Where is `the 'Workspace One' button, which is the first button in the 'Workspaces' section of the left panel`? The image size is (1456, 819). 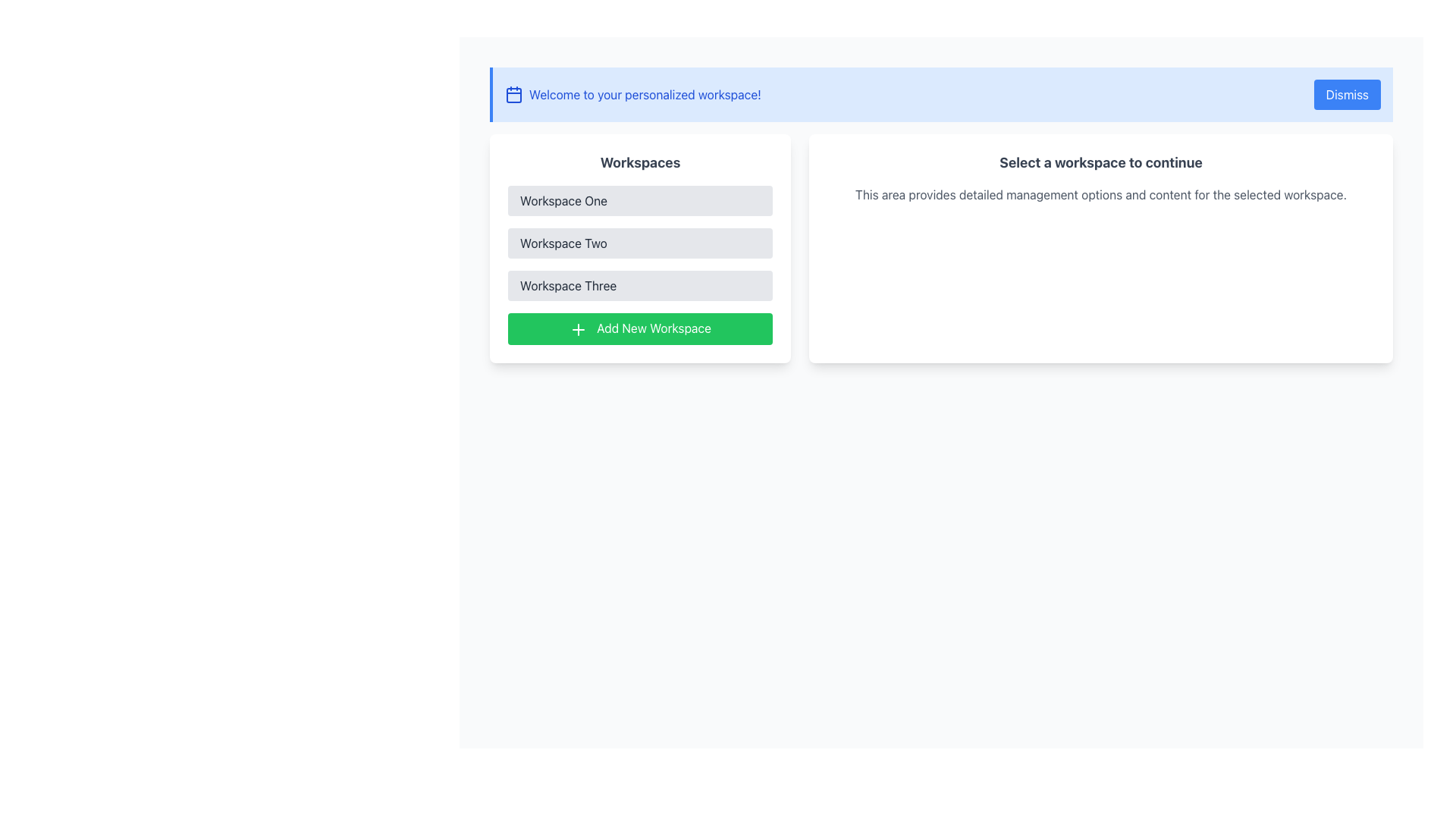 the 'Workspace One' button, which is the first button in the 'Workspaces' section of the left panel is located at coordinates (640, 200).